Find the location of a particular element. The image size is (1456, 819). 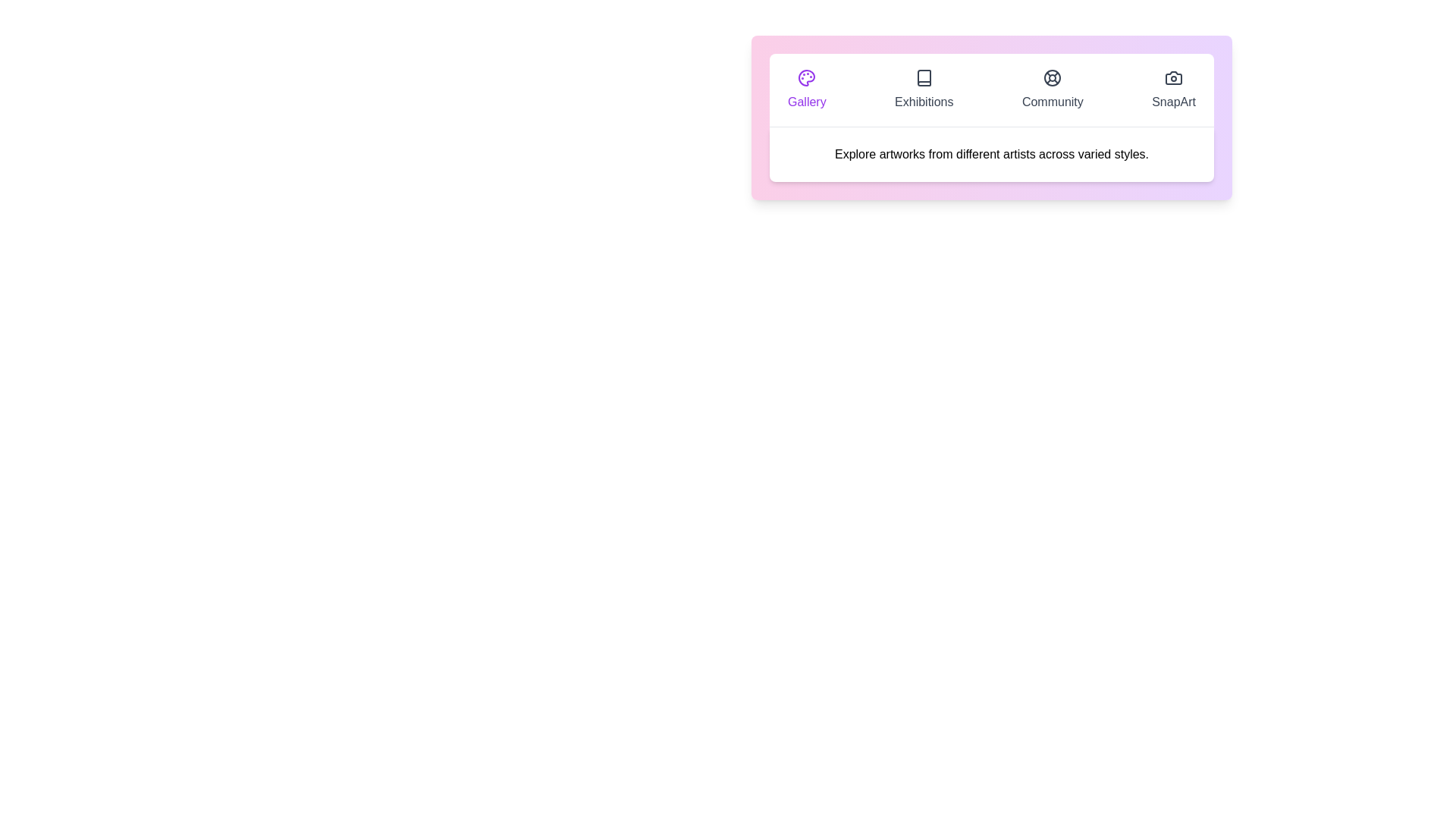

the tab labeled SnapArt to display its content is located at coordinates (1173, 90).